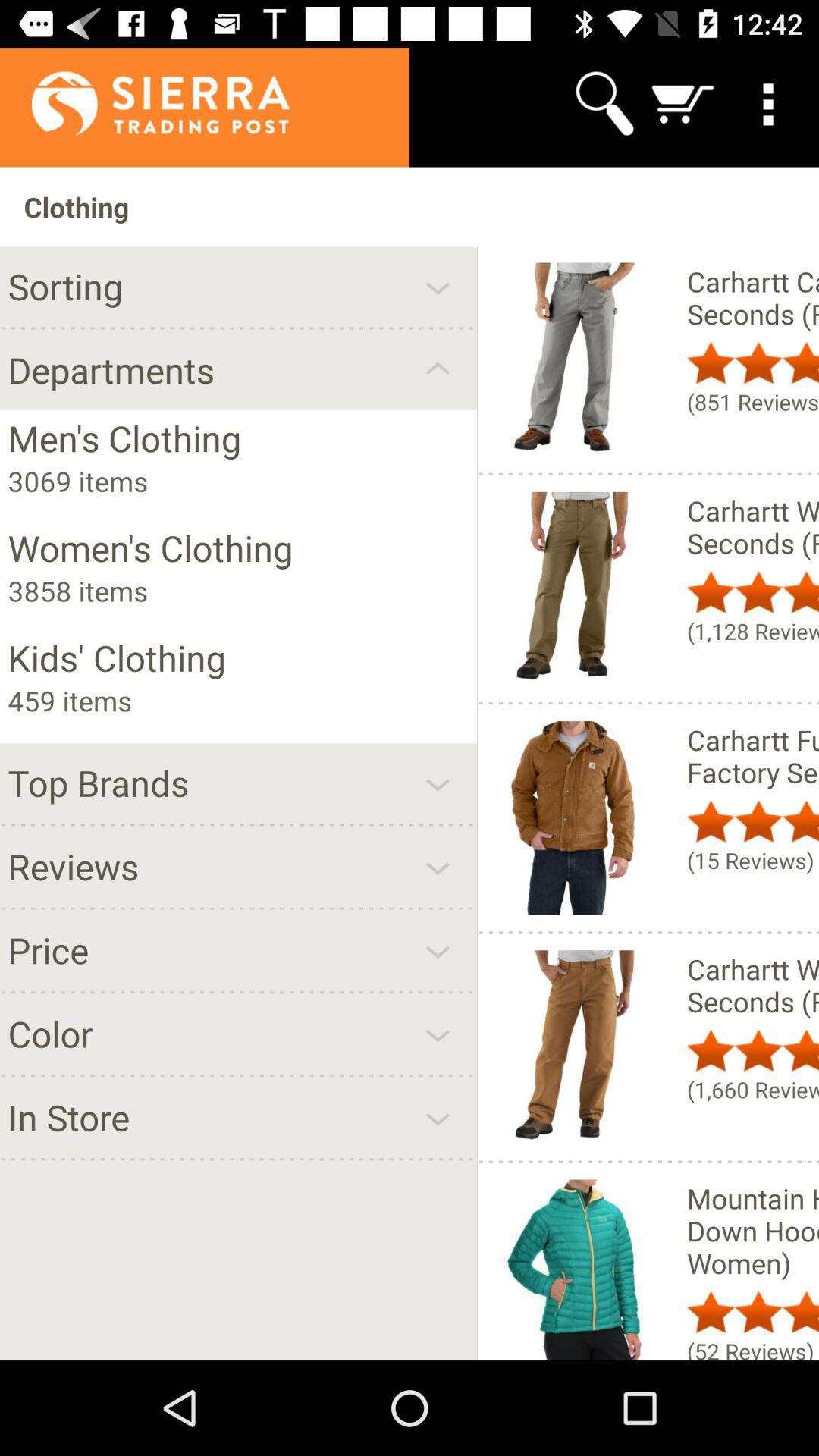 Image resolution: width=819 pixels, height=1456 pixels. What do you see at coordinates (752, 1230) in the screenshot?
I see `mountain hardwear ghost` at bounding box center [752, 1230].